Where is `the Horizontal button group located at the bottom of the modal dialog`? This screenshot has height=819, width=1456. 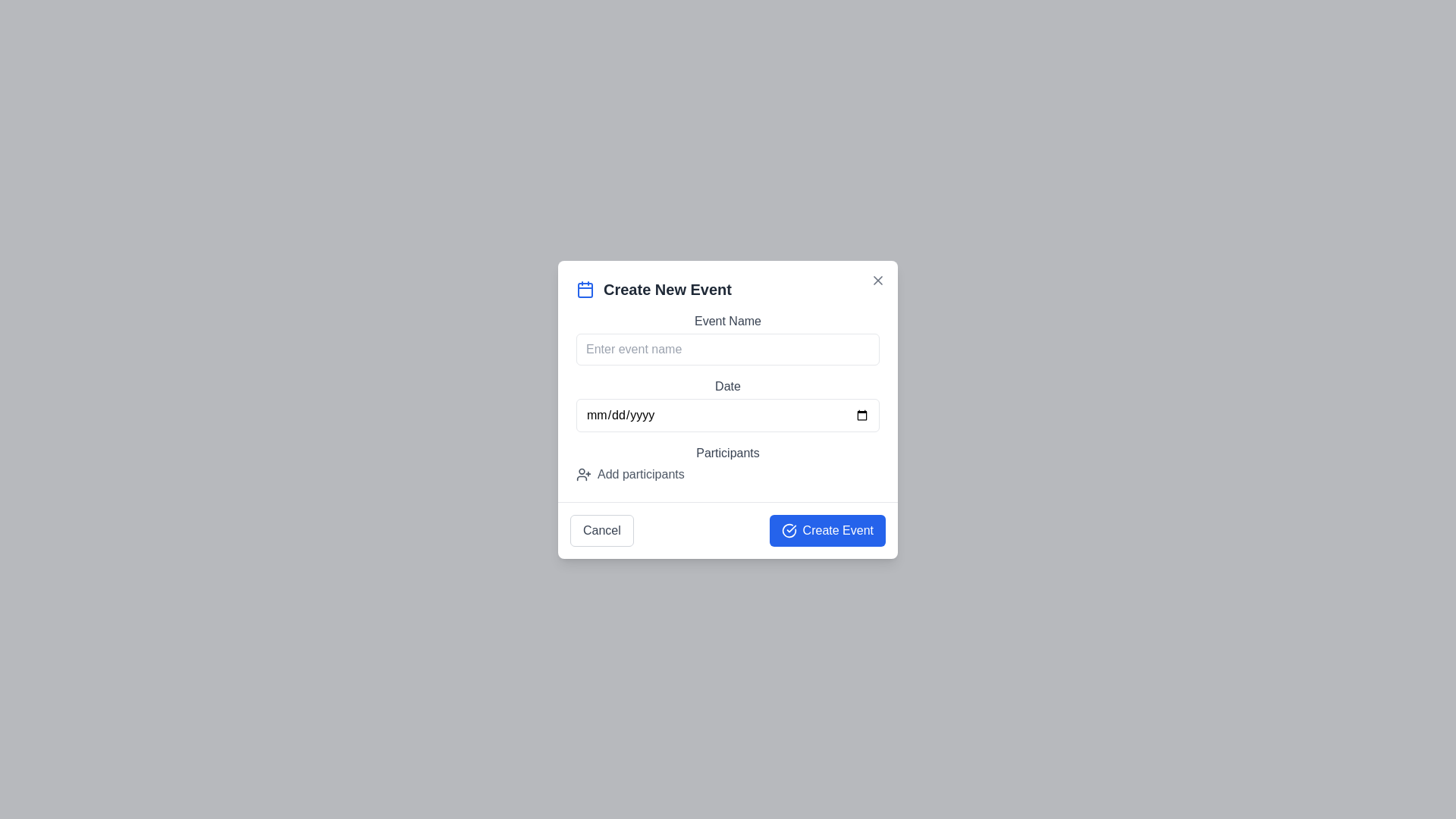 the Horizontal button group located at the bottom of the modal dialog is located at coordinates (728, 529).